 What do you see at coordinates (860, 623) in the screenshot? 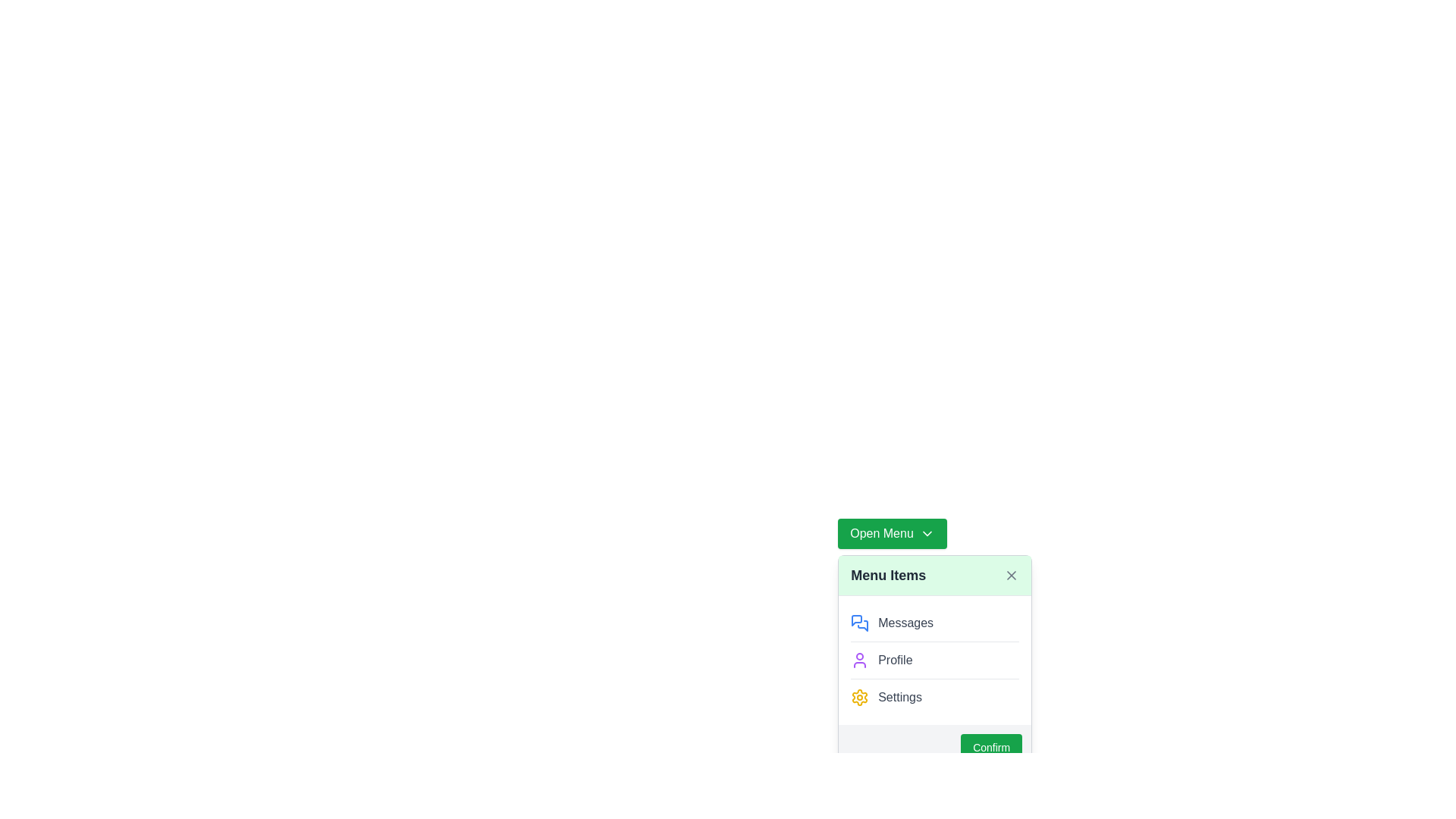
I see `the 'Messages' menu icon, which is the first item in the 'Menu Items' window and located to the left of the 'Messages' label` at bounding box center [860, 623].